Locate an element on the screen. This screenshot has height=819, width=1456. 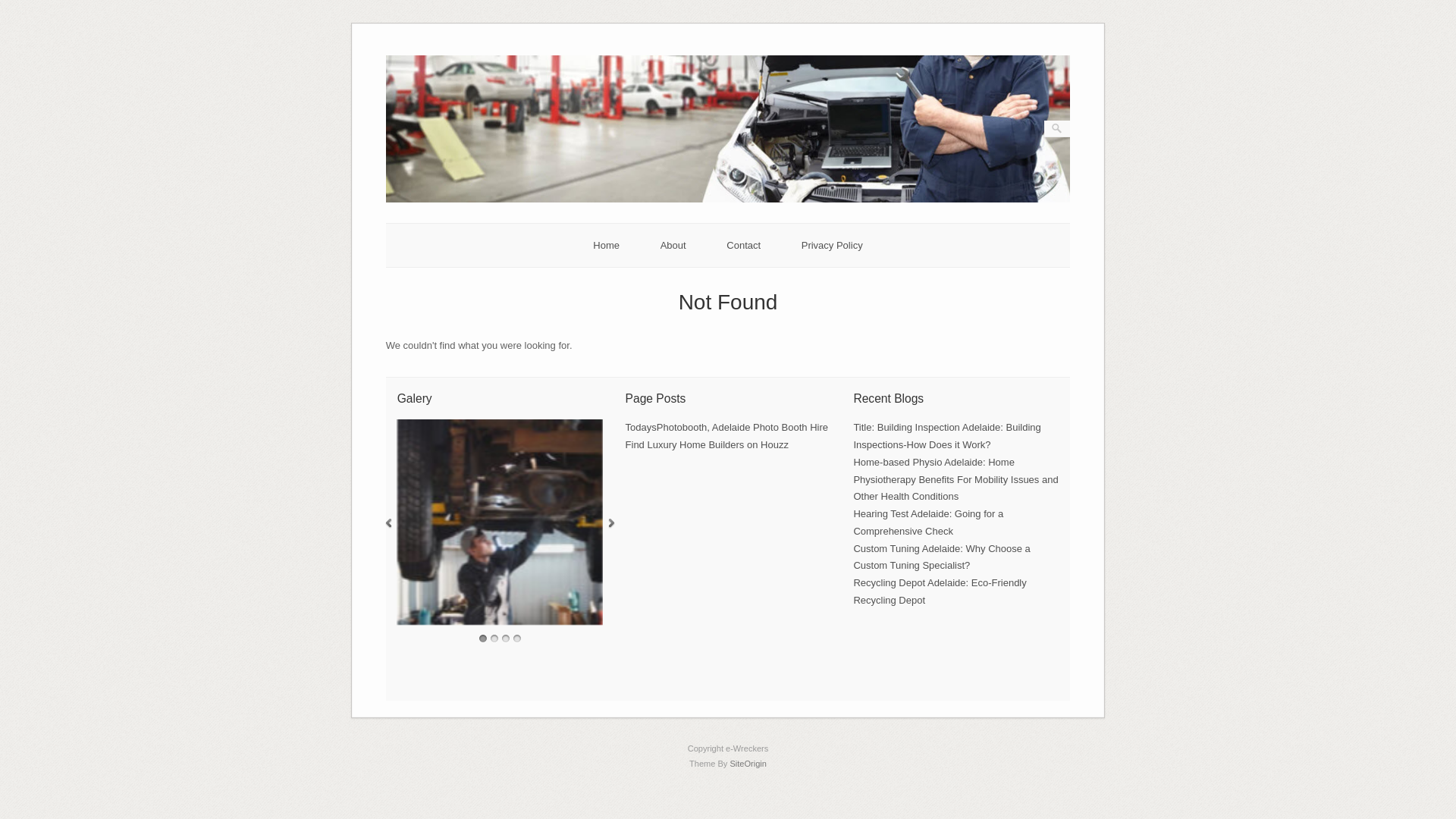
'Home' is located at coordinates (605, 244).